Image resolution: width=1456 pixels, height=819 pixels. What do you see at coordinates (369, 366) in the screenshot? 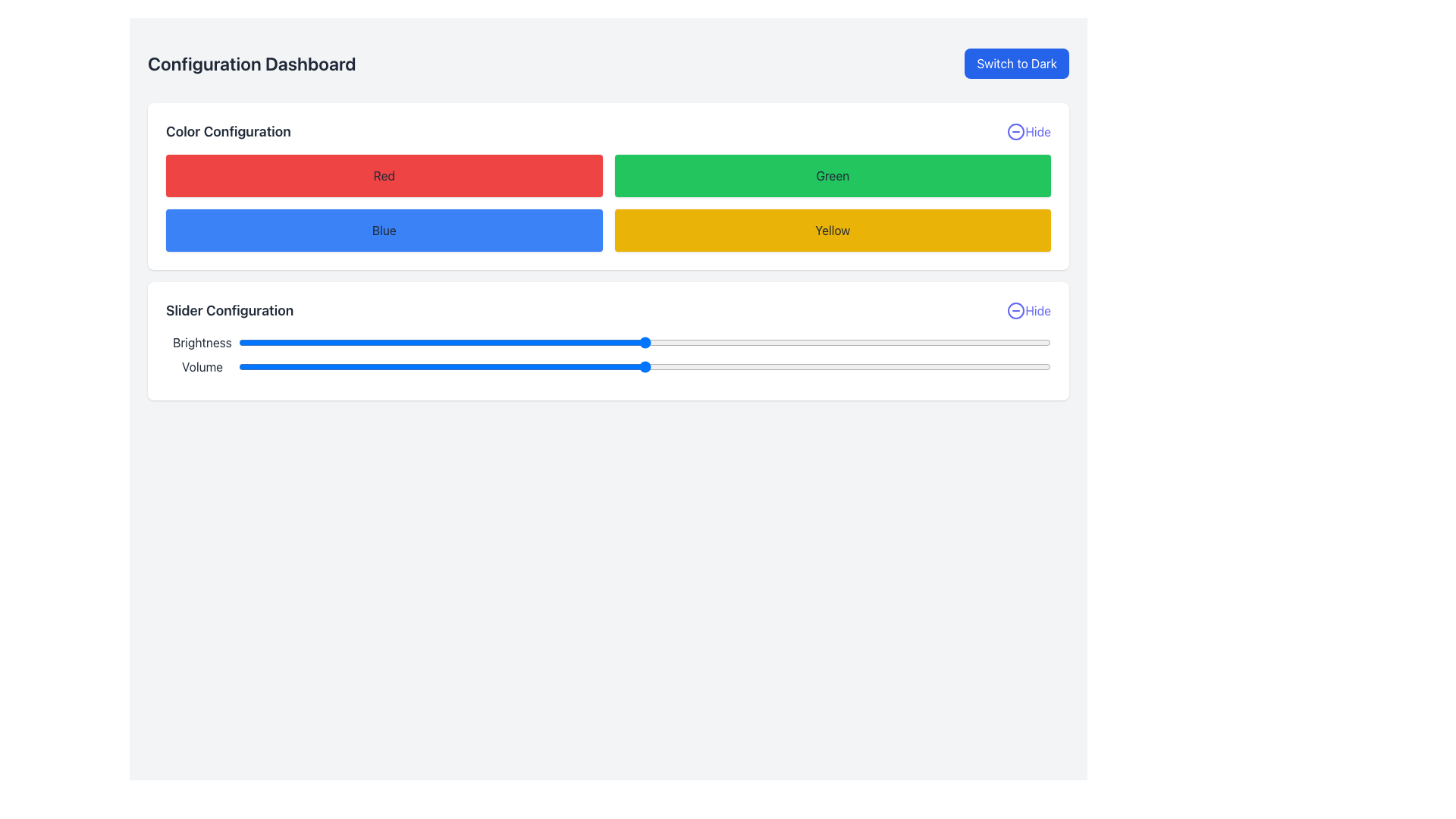
I see `volume` at bounding box center [369, 366].